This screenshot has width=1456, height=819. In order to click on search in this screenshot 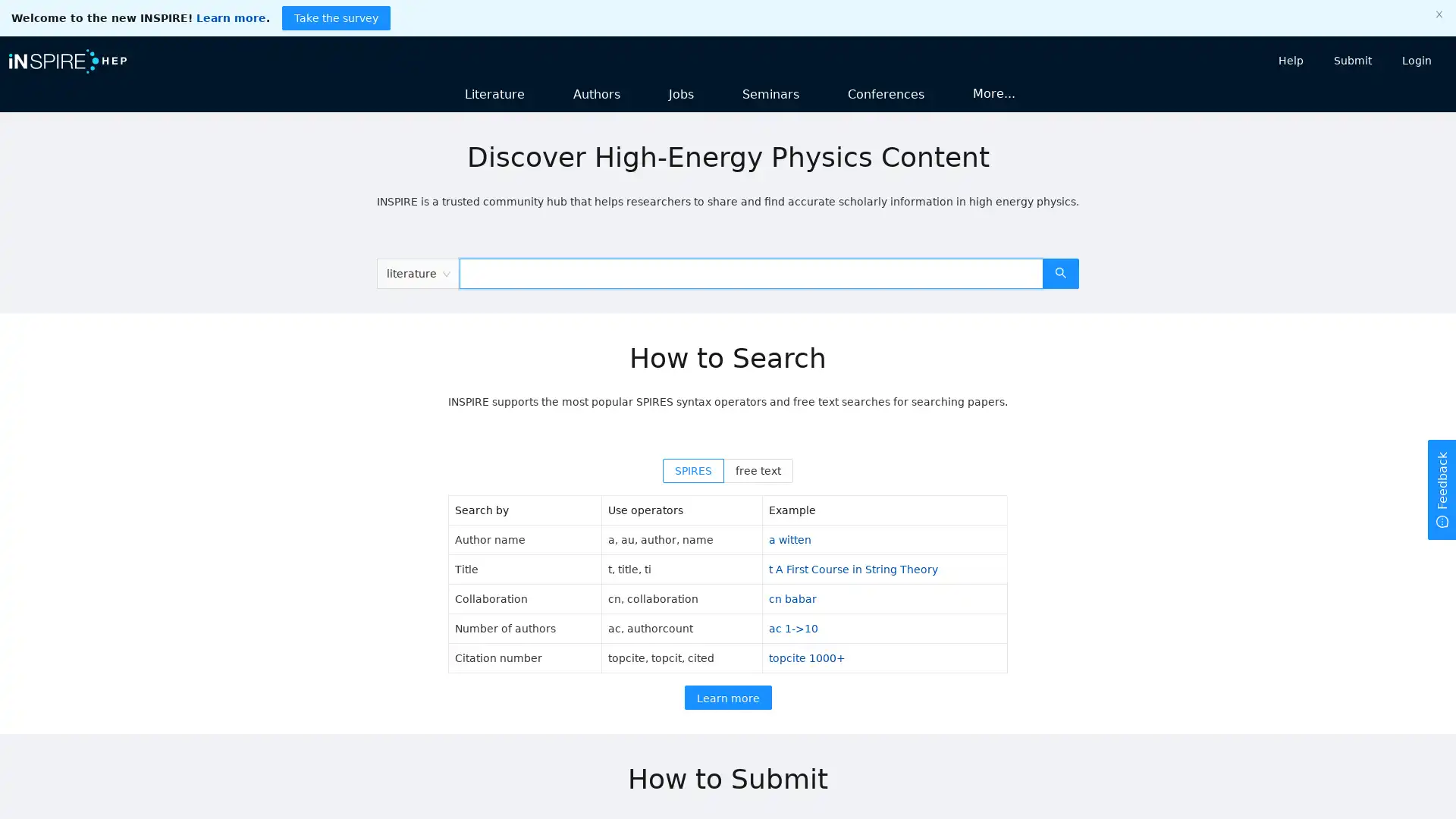, I will do `click(1059, 271)`.